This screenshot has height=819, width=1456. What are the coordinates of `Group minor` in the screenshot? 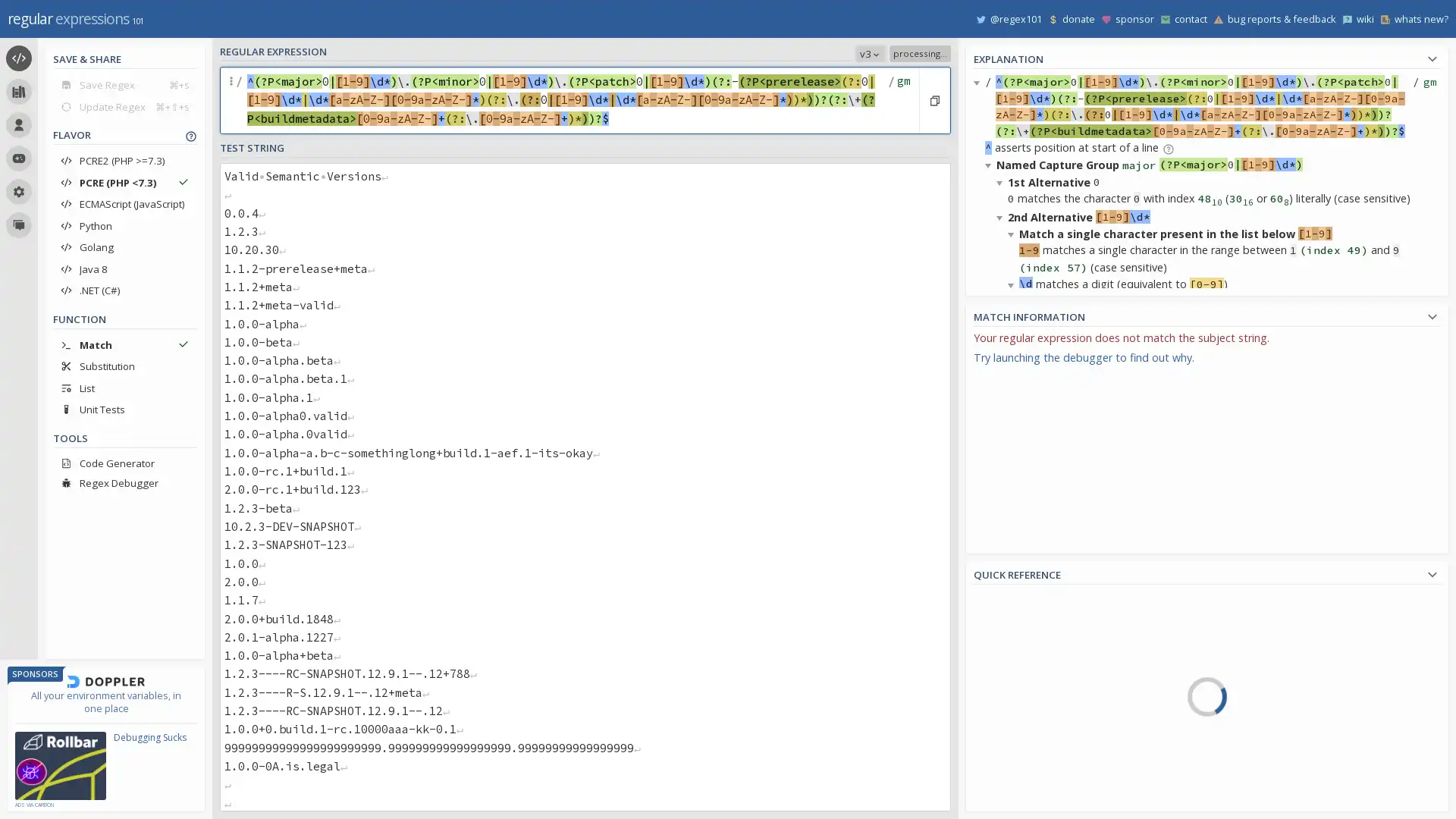 It's located at (1040, 777).